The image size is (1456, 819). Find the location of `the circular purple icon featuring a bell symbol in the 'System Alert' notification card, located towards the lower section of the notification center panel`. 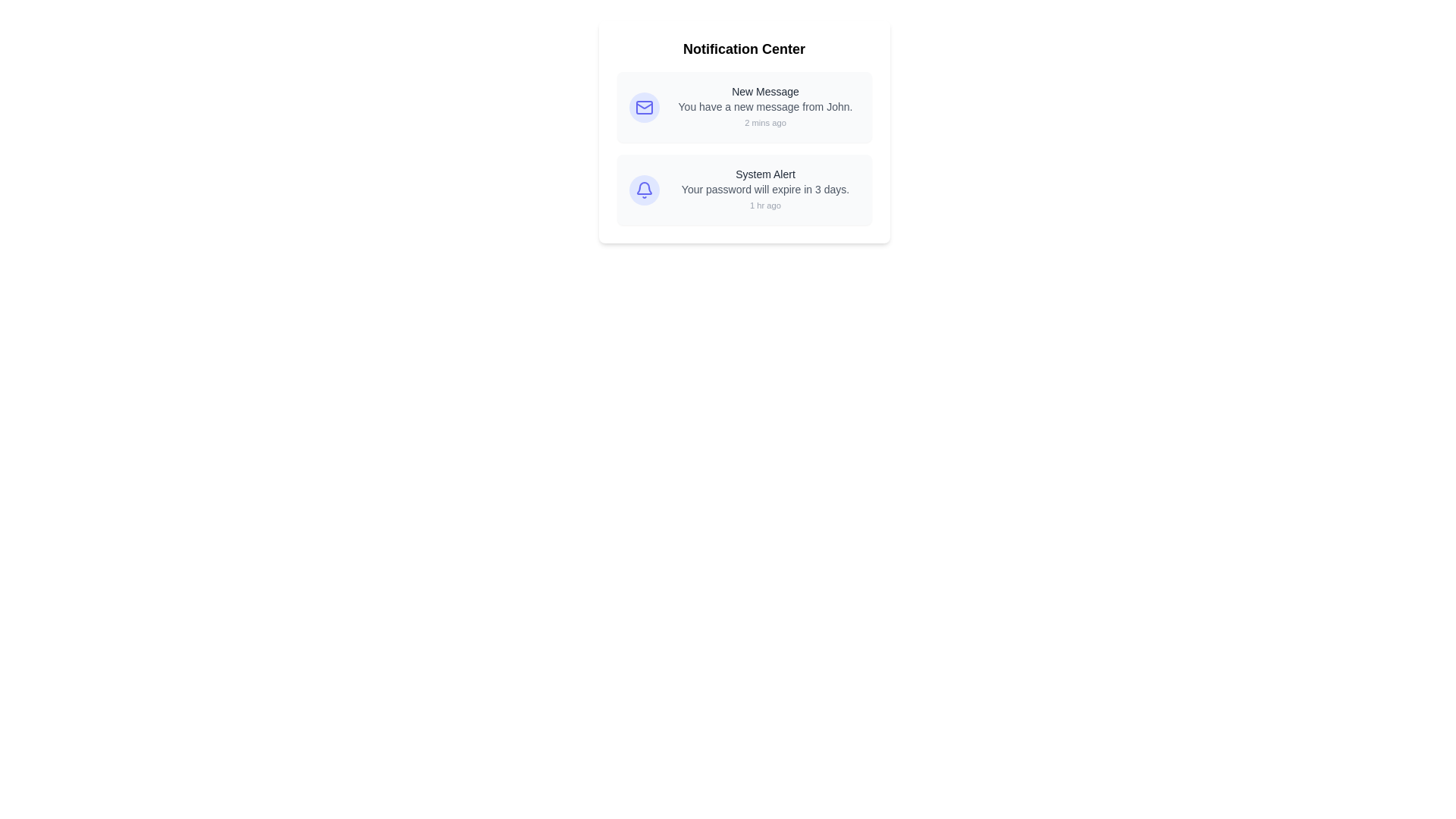

the circular purple icon featuring a bell symbol in the 'System Alert' notification card, located towards the lower section of the notification center panel is located at coordinates (644, 189).